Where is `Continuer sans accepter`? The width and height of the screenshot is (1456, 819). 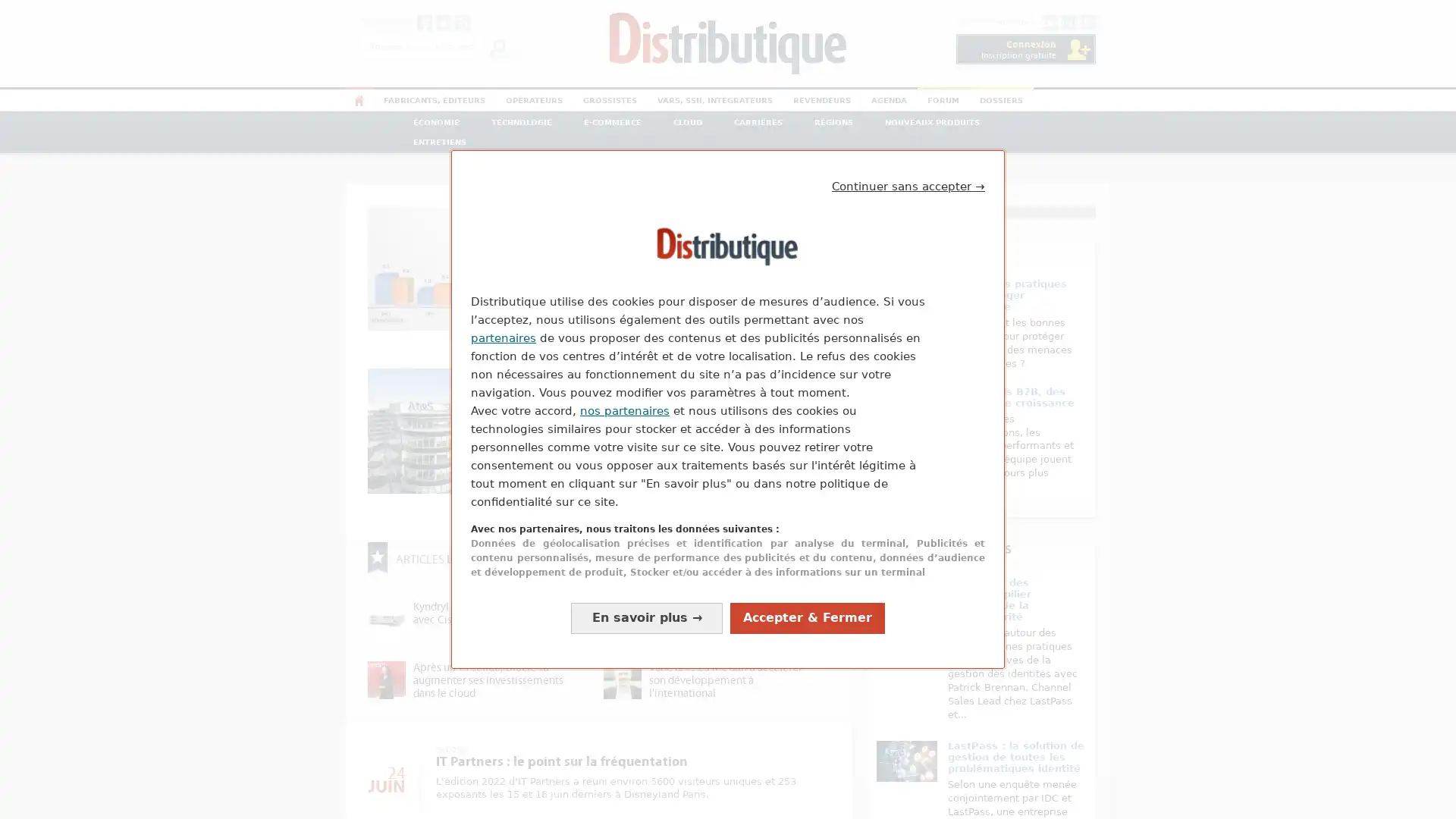 Continuer sans accepter is located at coordinates (908, 186).